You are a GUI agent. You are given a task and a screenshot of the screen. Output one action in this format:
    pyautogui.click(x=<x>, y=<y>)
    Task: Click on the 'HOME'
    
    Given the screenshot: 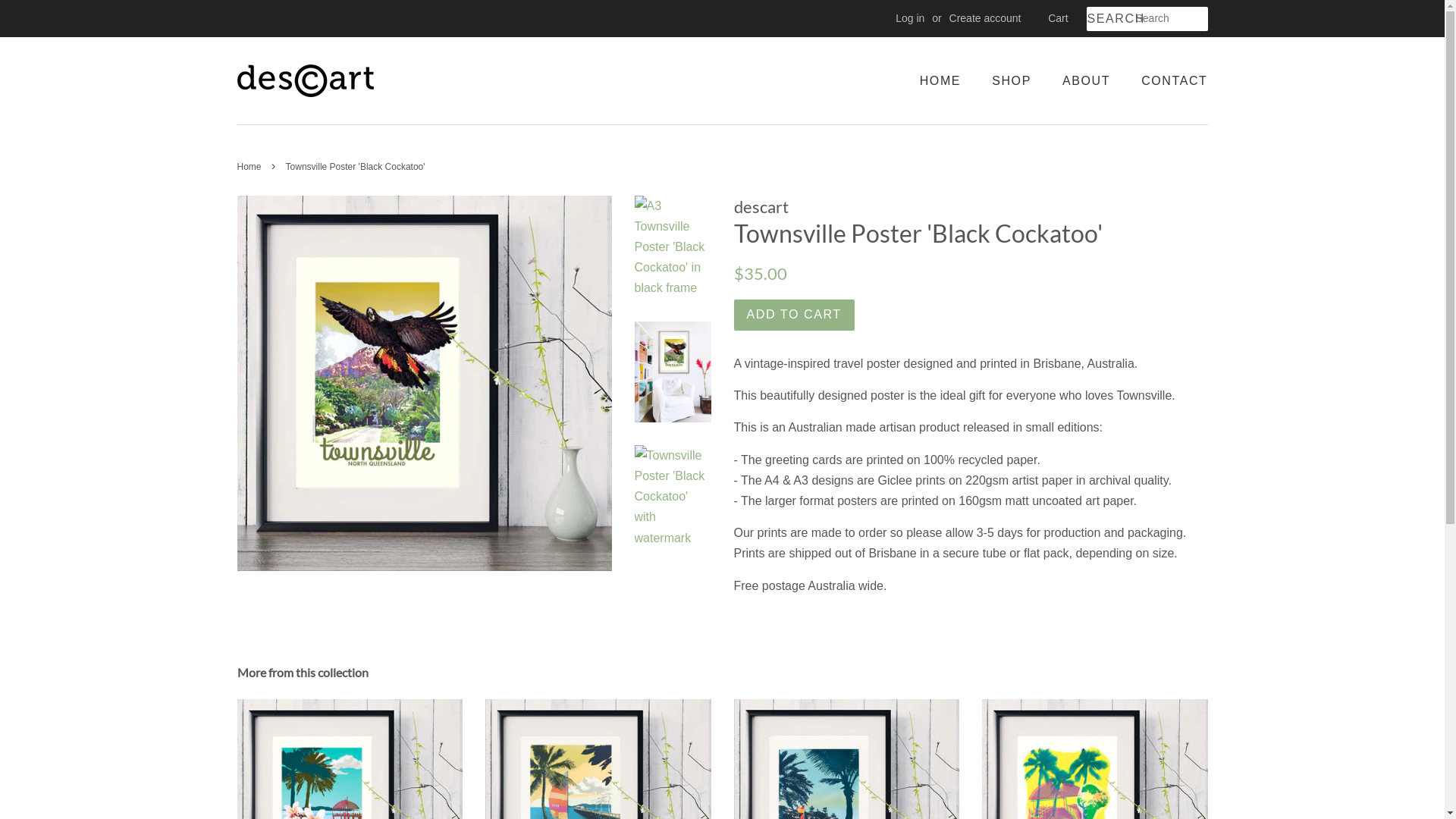 What is the action you would take?
    pyautogui.click(x=946, y=80)
    